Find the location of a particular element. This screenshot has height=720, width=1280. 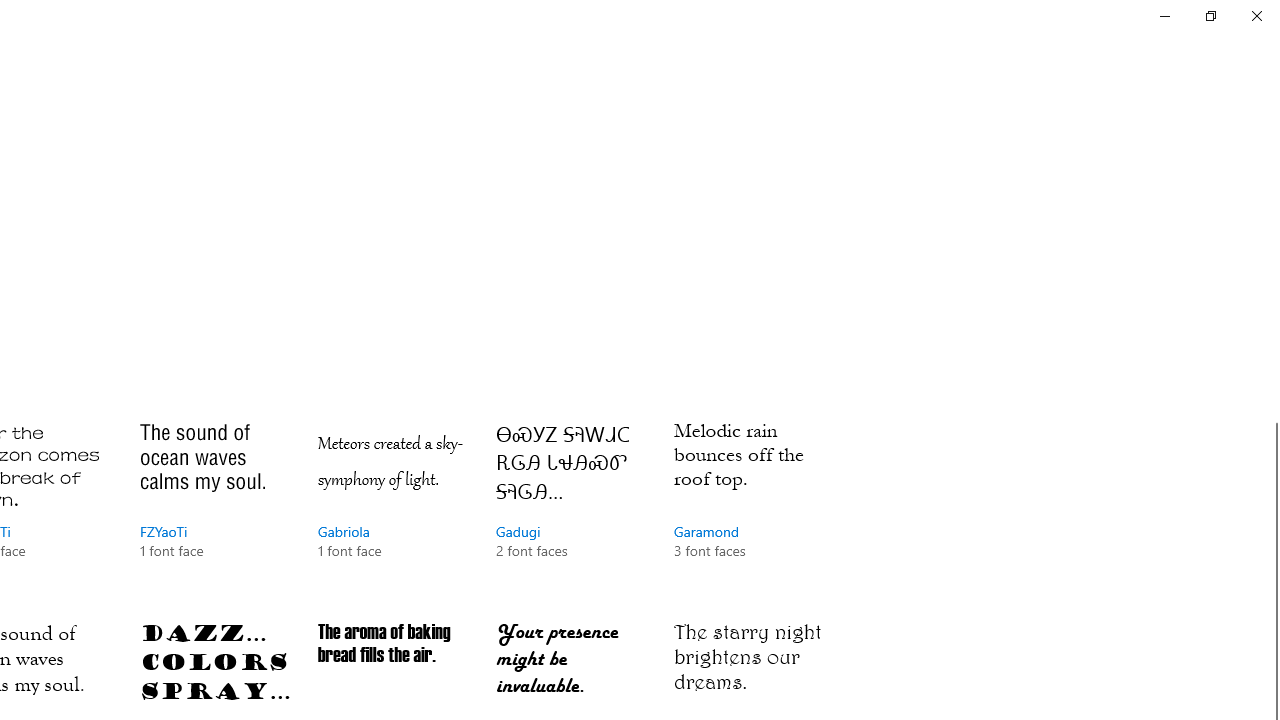

'Minimize Settings' is located at coordinates (1164, 15).